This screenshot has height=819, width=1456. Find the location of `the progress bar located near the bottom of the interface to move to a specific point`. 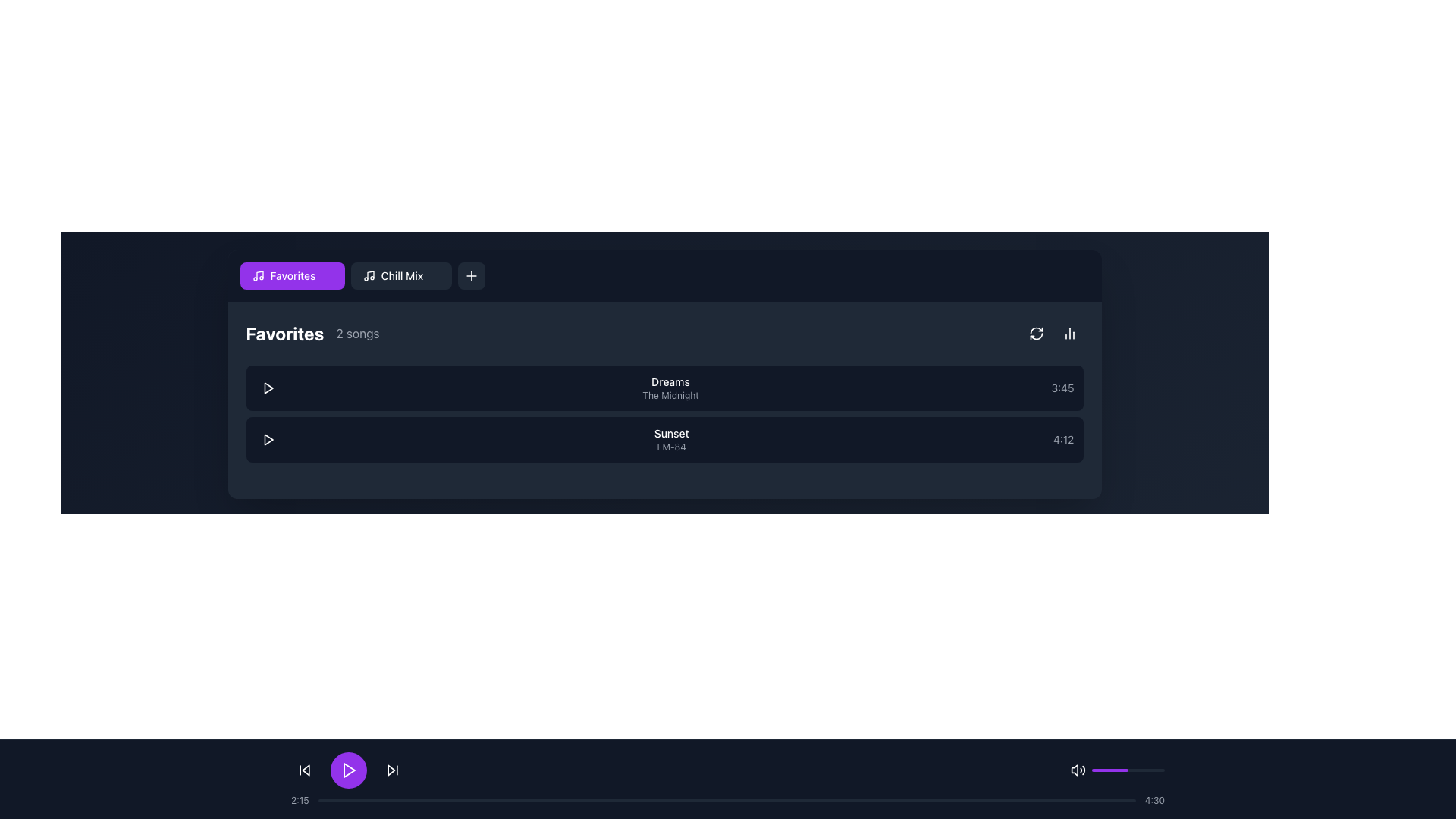

the progress bar located near the bottom of the interface to move to a specific point is located at coordinates (726, 800).